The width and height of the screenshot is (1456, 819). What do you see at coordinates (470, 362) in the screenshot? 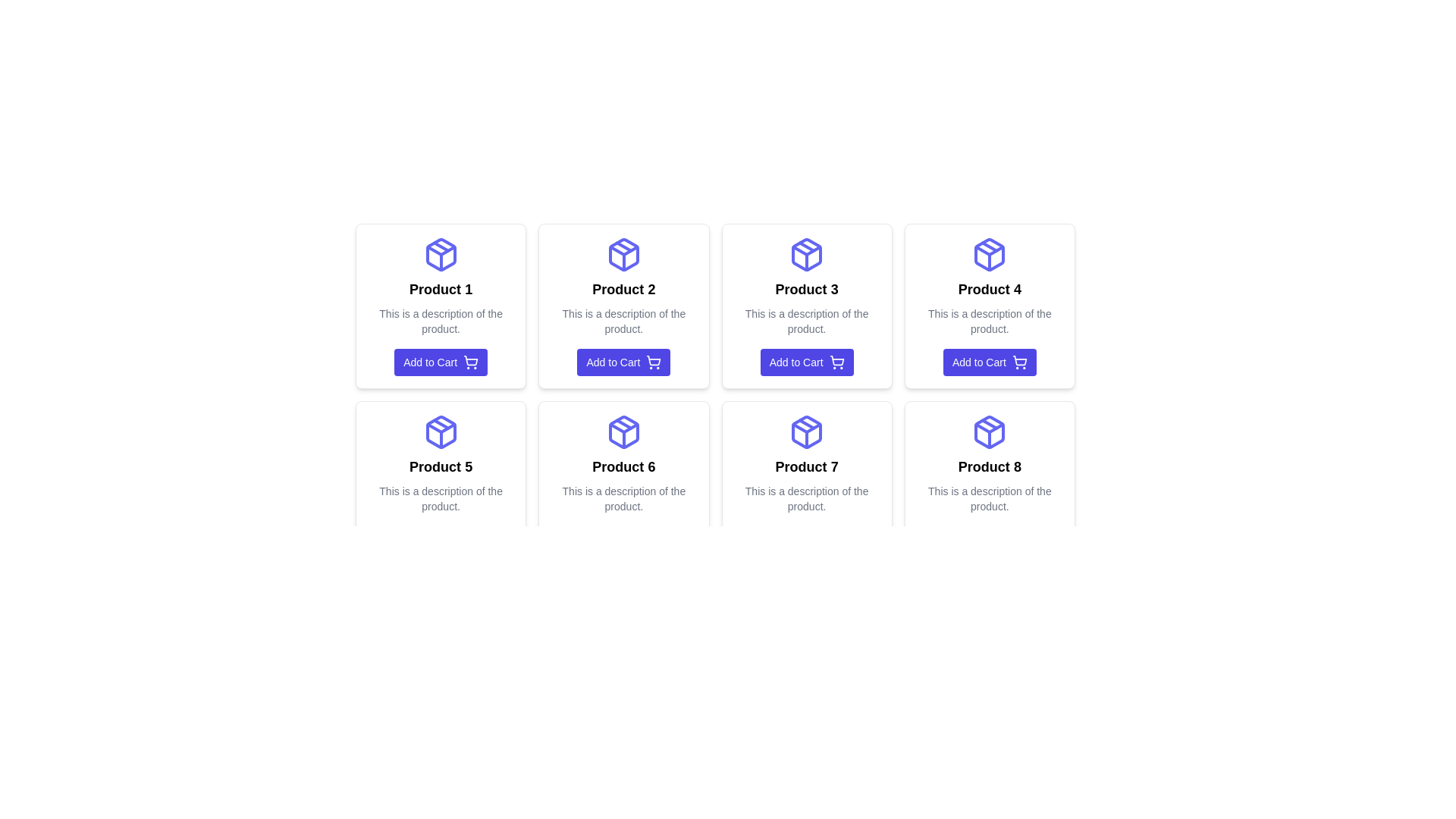
I see `the 'Add to Cart' icon located to the right of the button text under the 'Product 1' card in the top-left quadrant of the grid` at bounding box center [470, 362].